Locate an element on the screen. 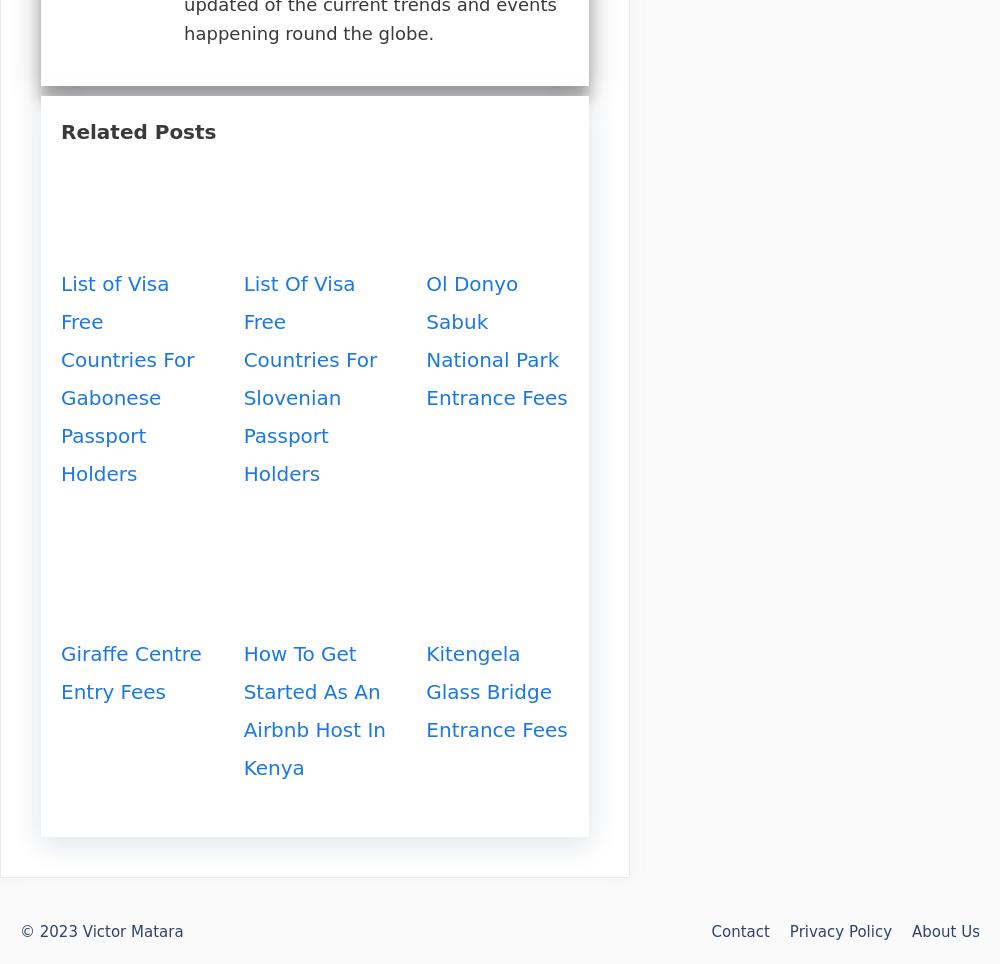 Image resolution: width=1000 pixels, height=964 pixels. 'List Of Visa Free Countries For Slovenian Passport Holders' is located at coordinates (310, 379).